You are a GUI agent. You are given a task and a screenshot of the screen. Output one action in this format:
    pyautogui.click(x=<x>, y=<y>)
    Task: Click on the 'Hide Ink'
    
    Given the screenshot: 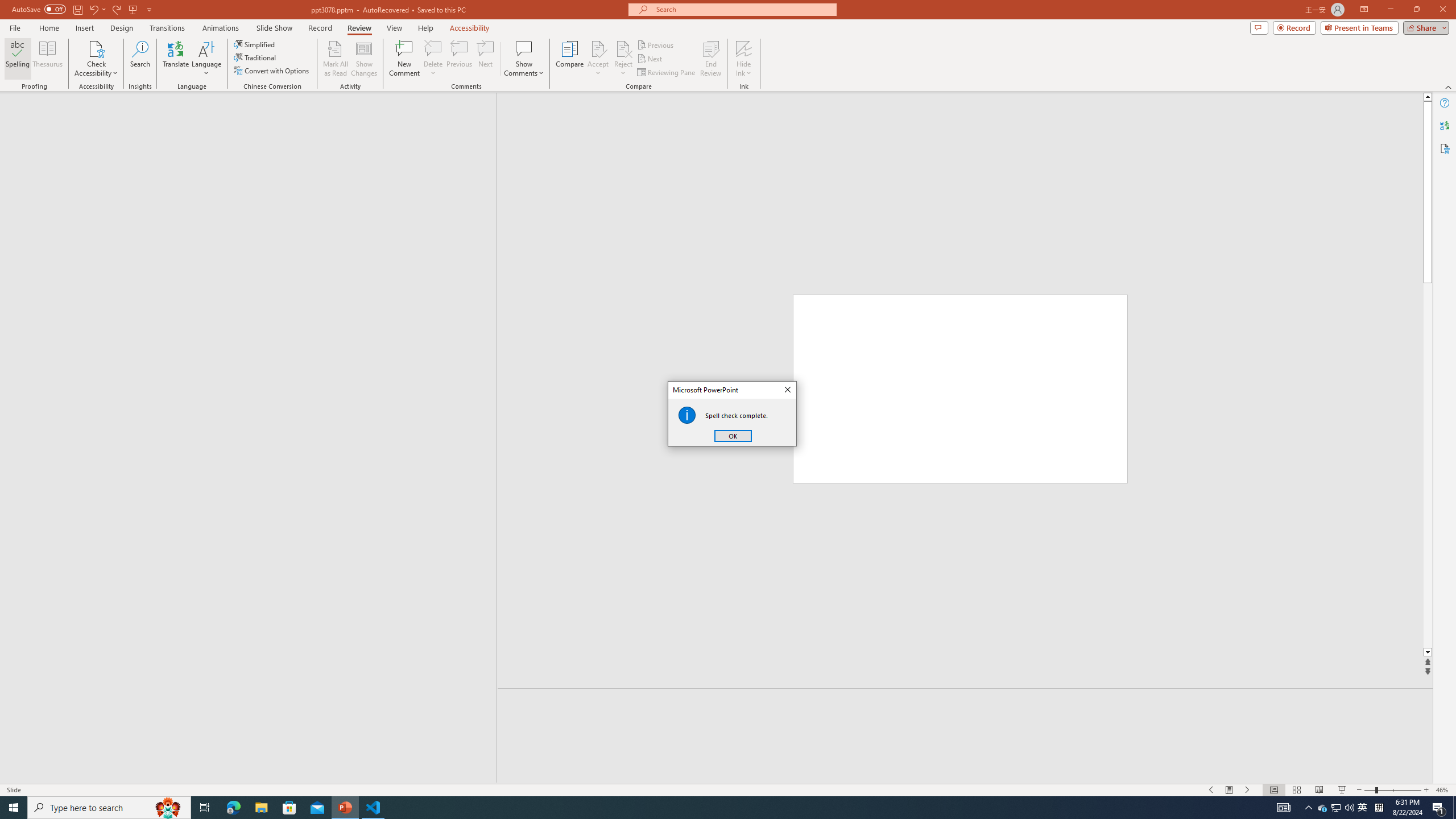 What is the action you would take?
    pyautogui.click(x=744, y=59)
    